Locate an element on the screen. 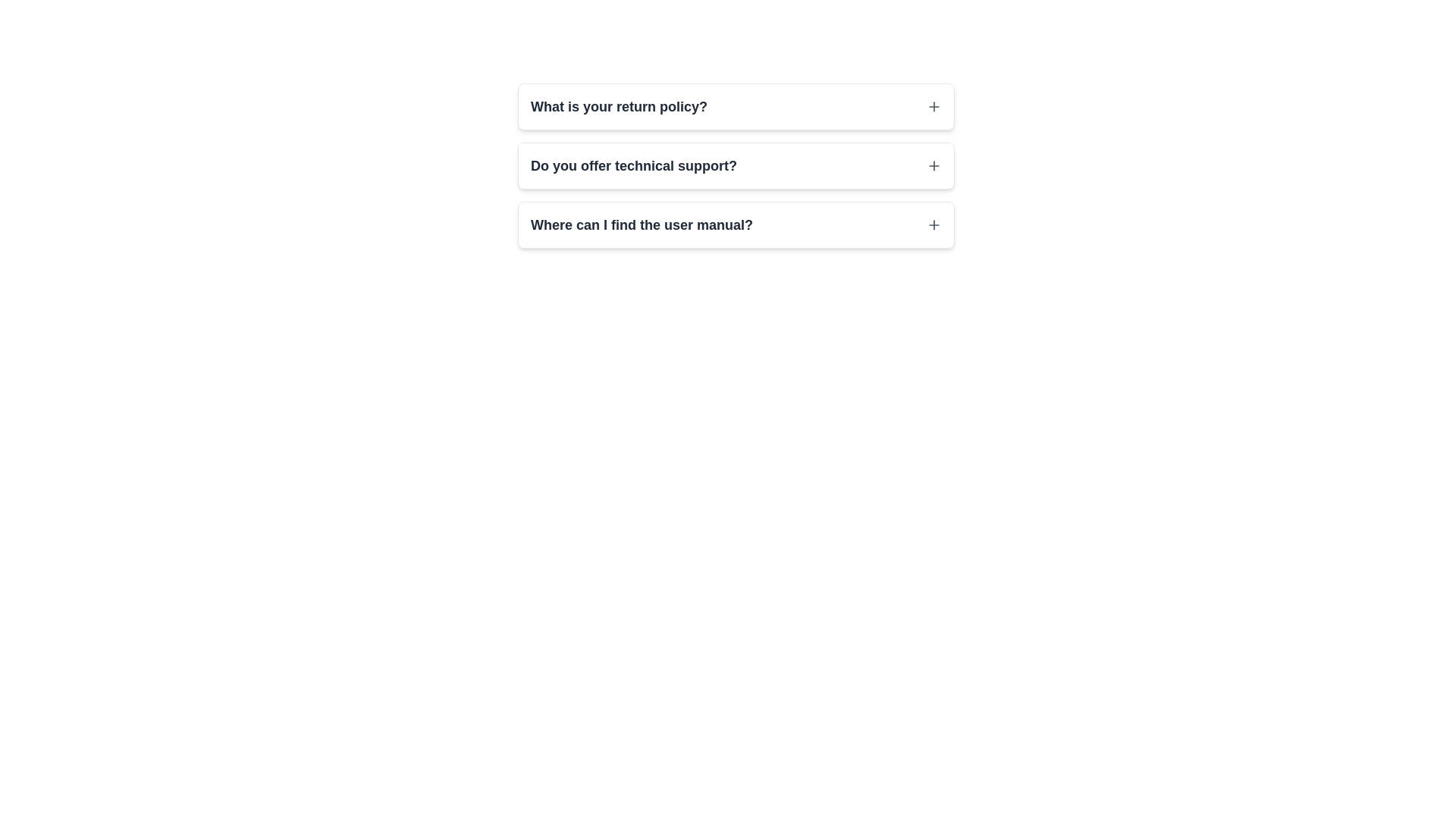  the text label reading 'What is your return policy?' is located at coordinates (619, 106).